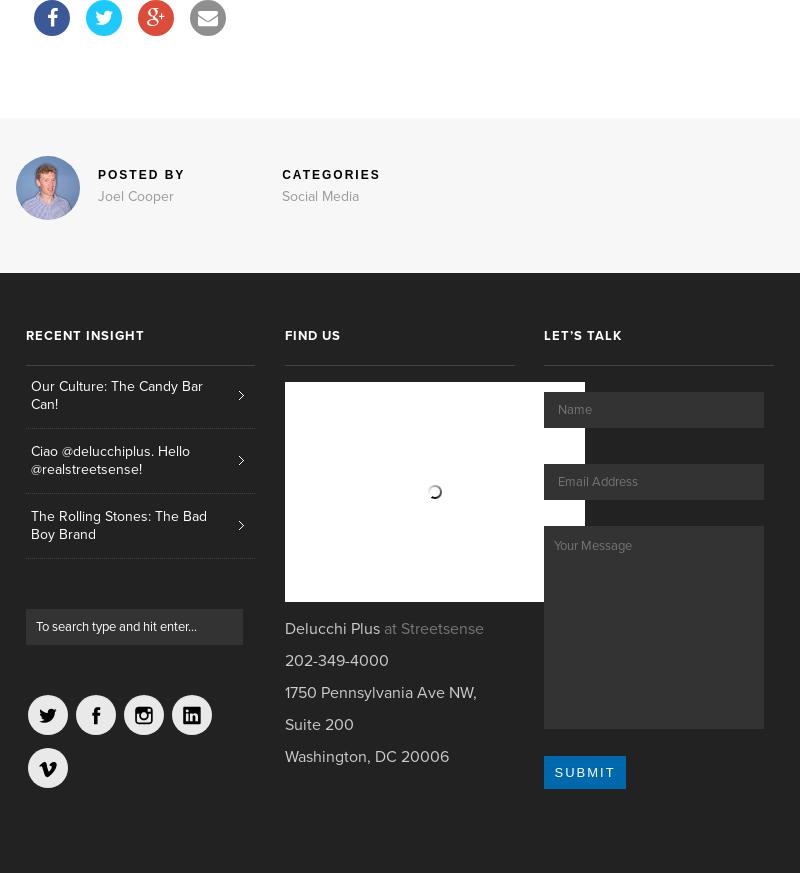 This screenshot has width=800, height=873. What do you see at coordinates (141, 174) in the screenshot?
I see `'Posted By'` at bounding box center [141, 174].